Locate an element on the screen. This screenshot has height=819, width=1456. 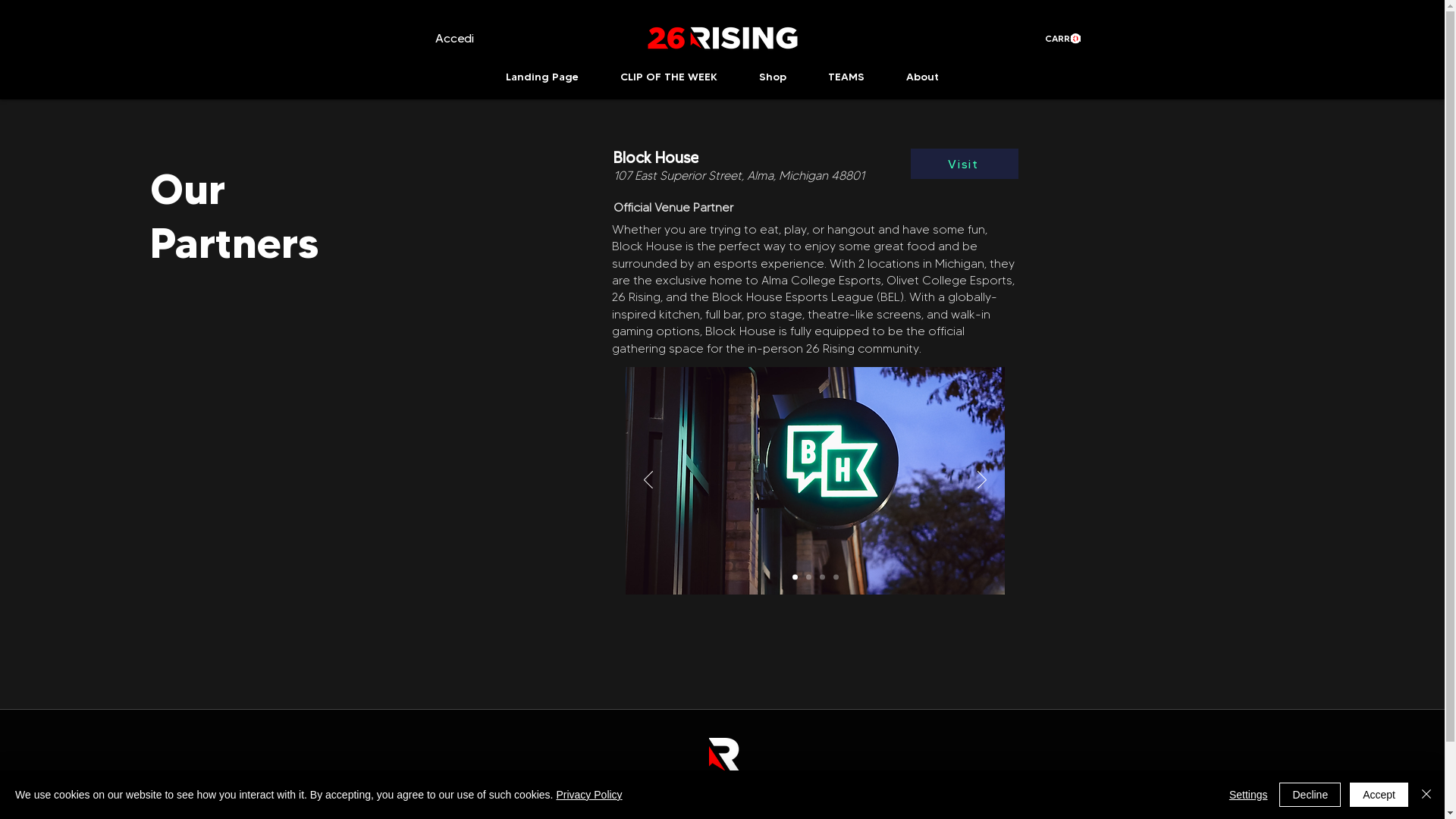
'Decline' is located at coordinates (1309, 794).